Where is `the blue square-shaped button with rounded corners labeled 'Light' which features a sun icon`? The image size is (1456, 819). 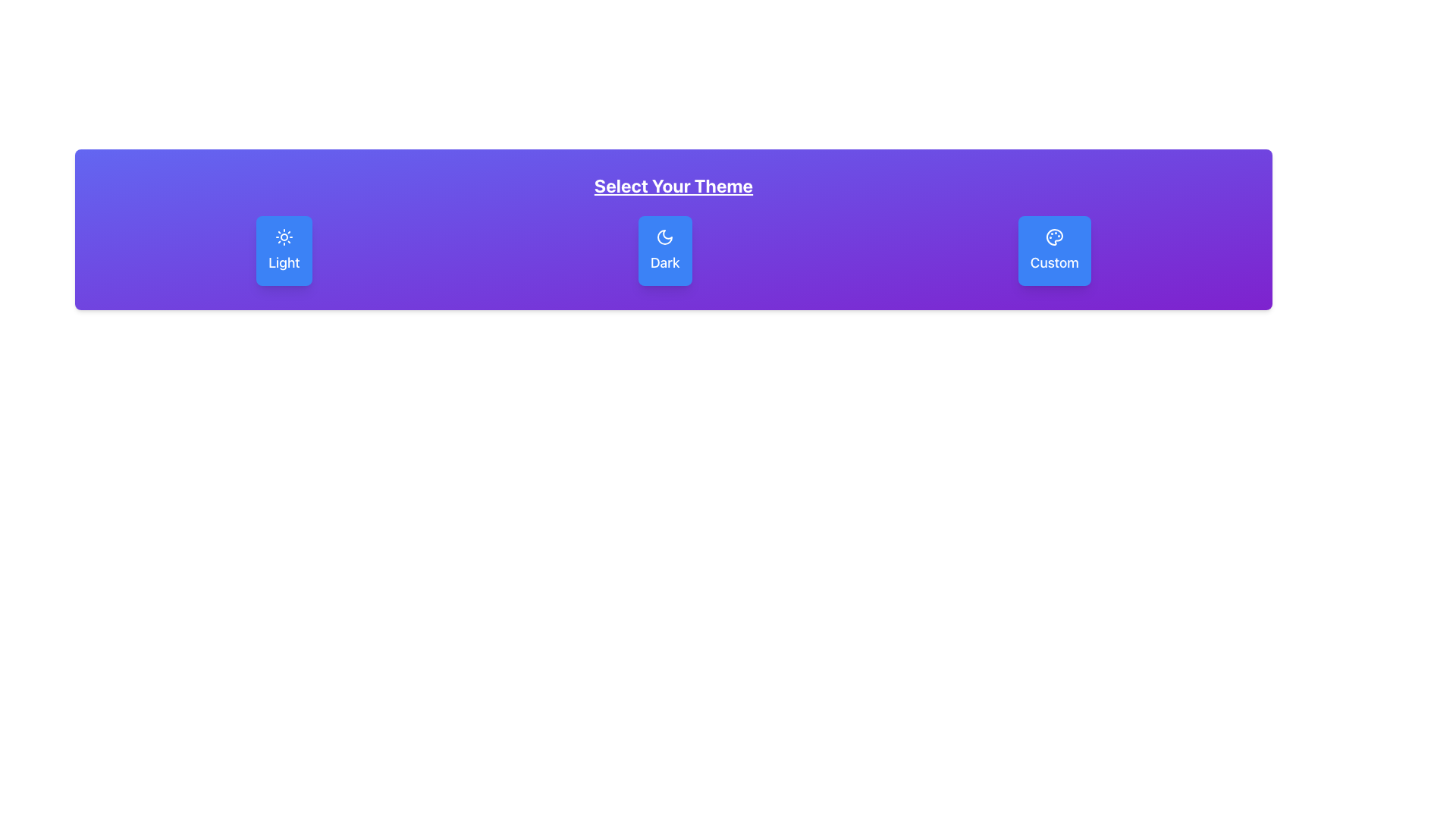
the blue square-shaped button with rounded corners labeled 'Light' which features a sun icon is located at coordinates (284, 250).